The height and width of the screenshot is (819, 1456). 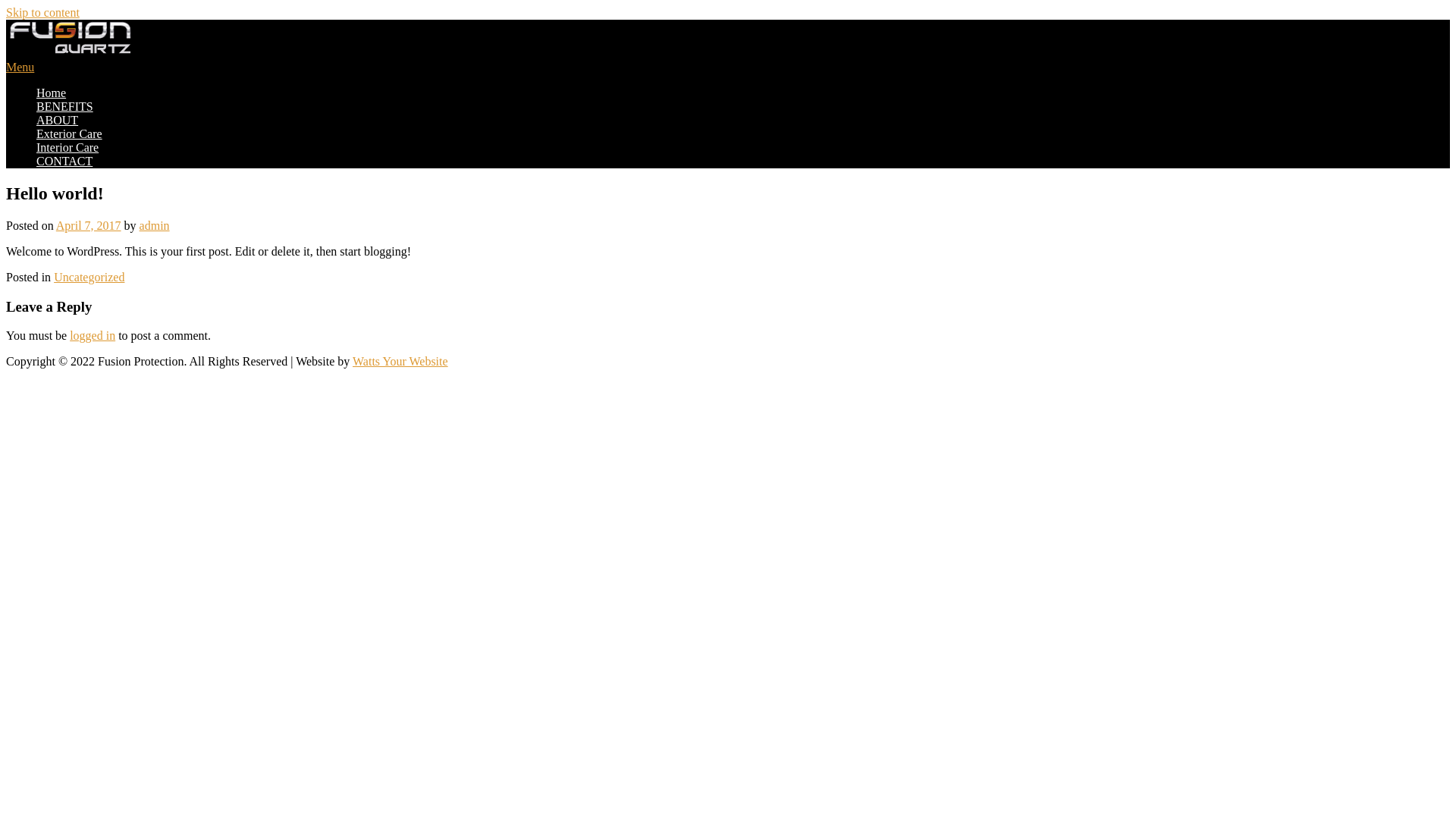 I want to click on 'Exterior Care', so click(x=68, y=133).